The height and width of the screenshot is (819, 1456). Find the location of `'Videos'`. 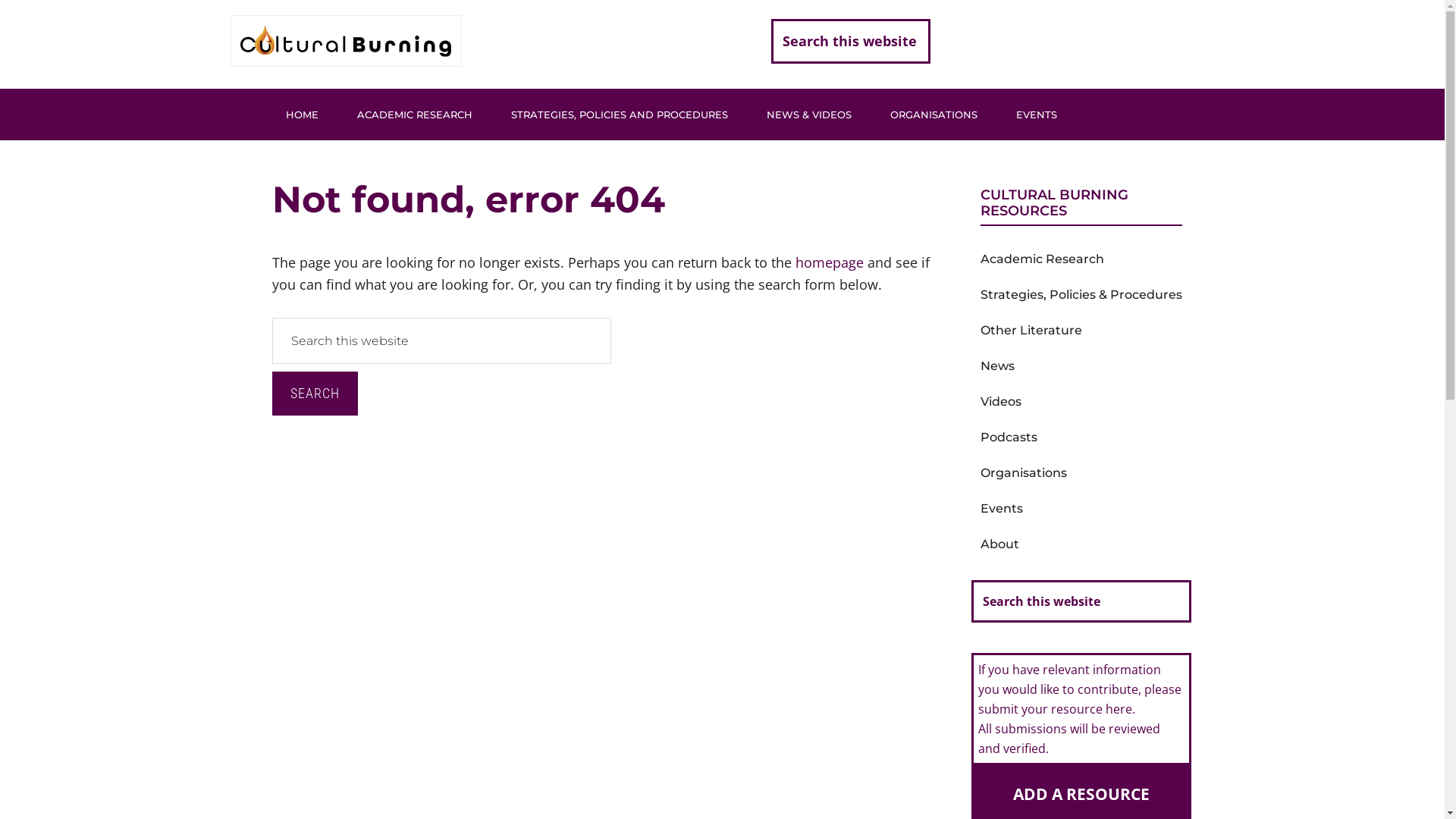

'Videos' is located at coordinates (979, 400).